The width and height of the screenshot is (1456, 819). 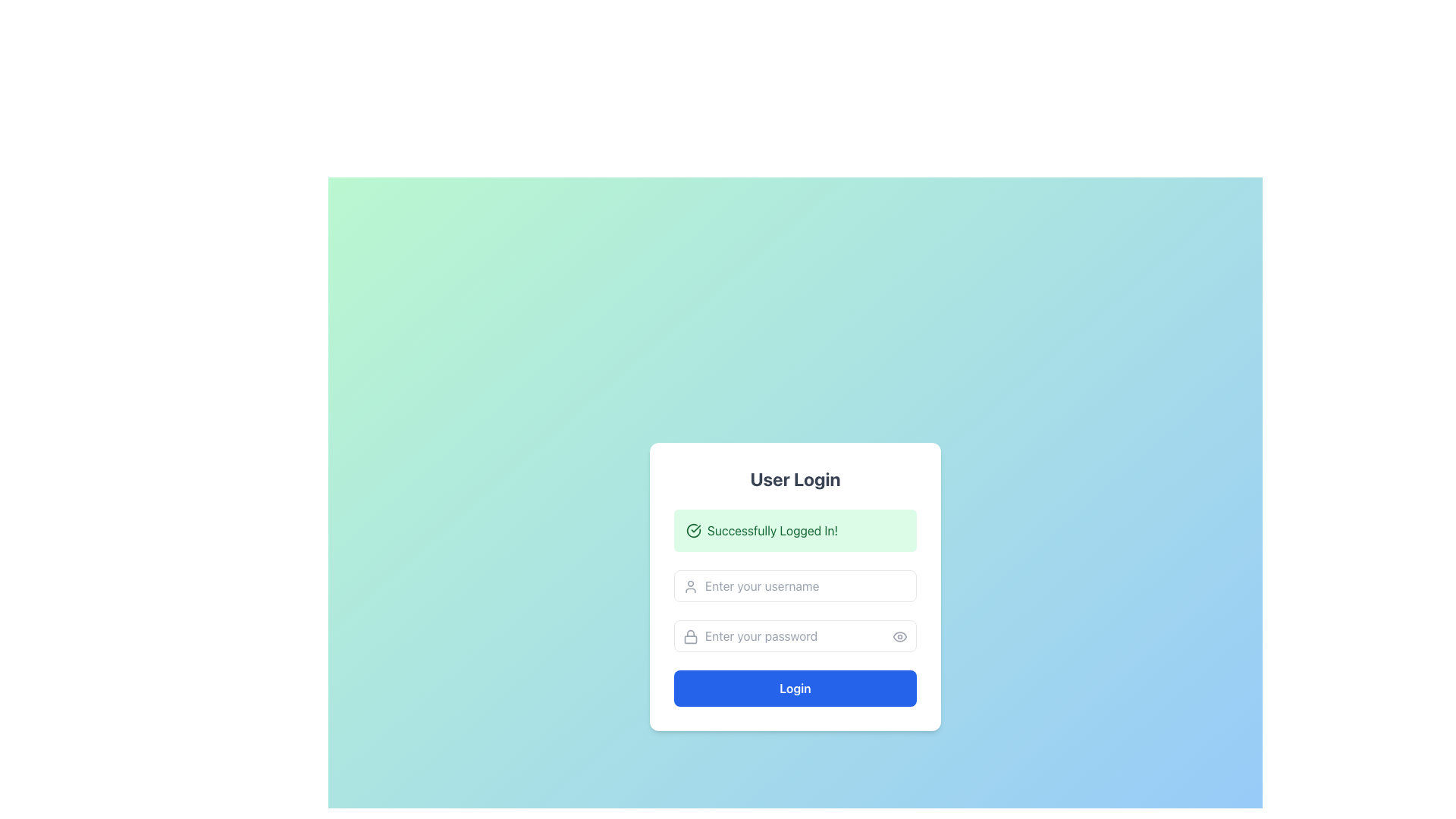 What do you see at coordinates (690, 637) in the screenshot?
I see `the lock icon element, which is light gray with rounded edges and positioned above the password input box, located to the left side near the top edge of the password text box` at bounding box center [690, 637].